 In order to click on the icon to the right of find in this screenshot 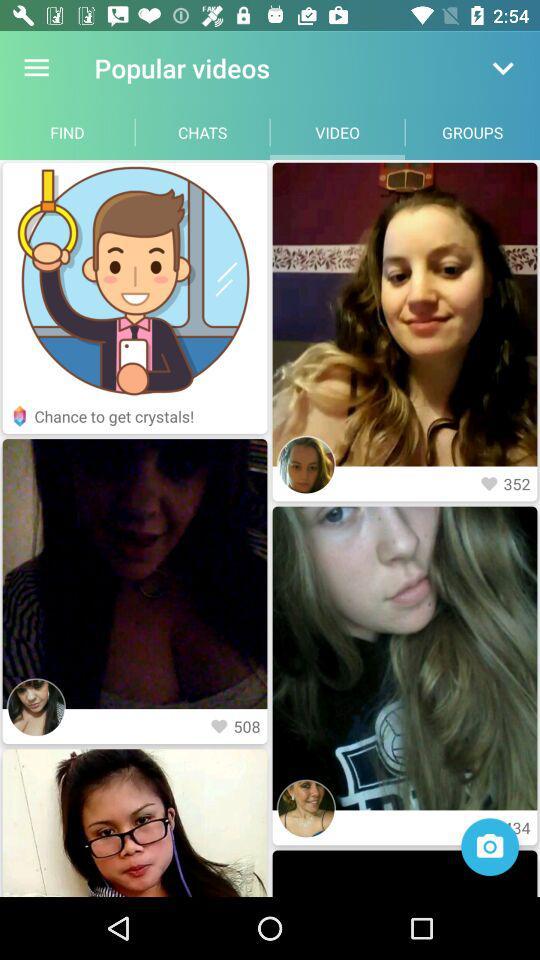, I will do `click(202, 131)`.